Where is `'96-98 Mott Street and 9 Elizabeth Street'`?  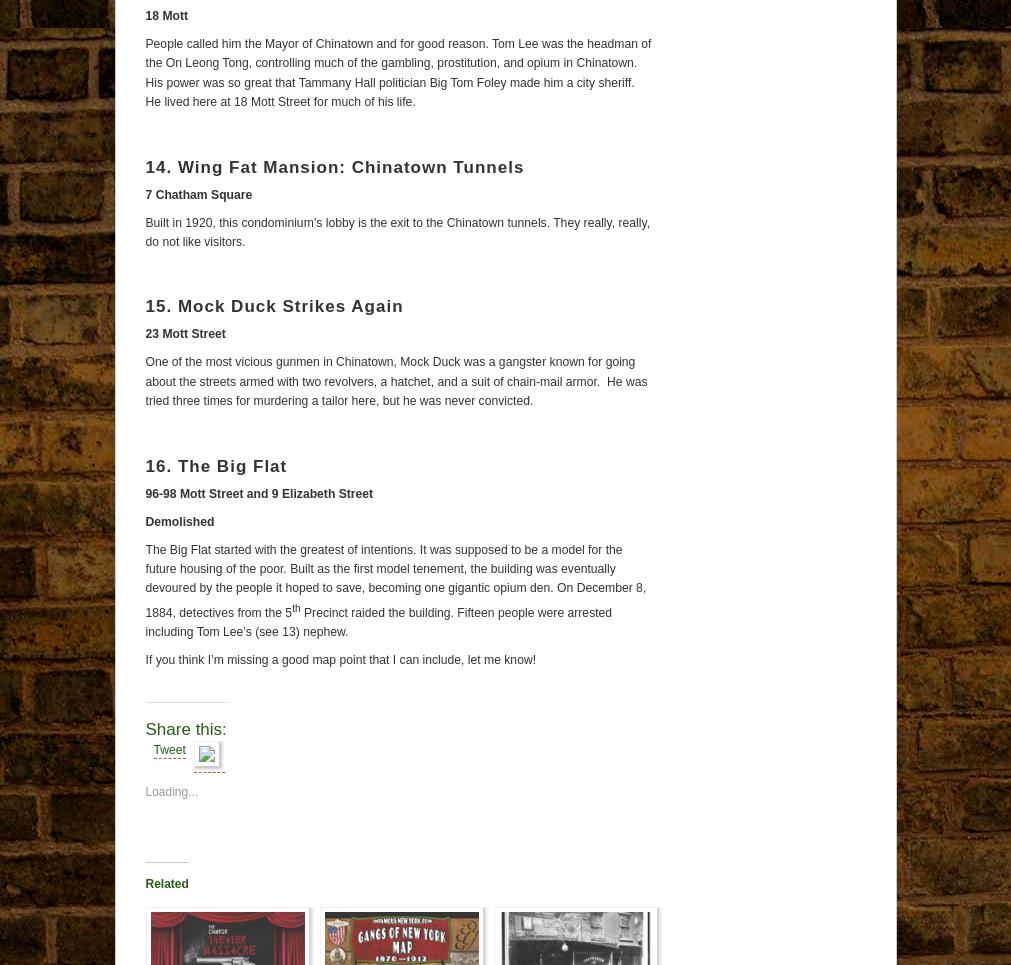
'96-98 Mott Street and 9 Elizabeth Street' is located at coordinates (143, 493).